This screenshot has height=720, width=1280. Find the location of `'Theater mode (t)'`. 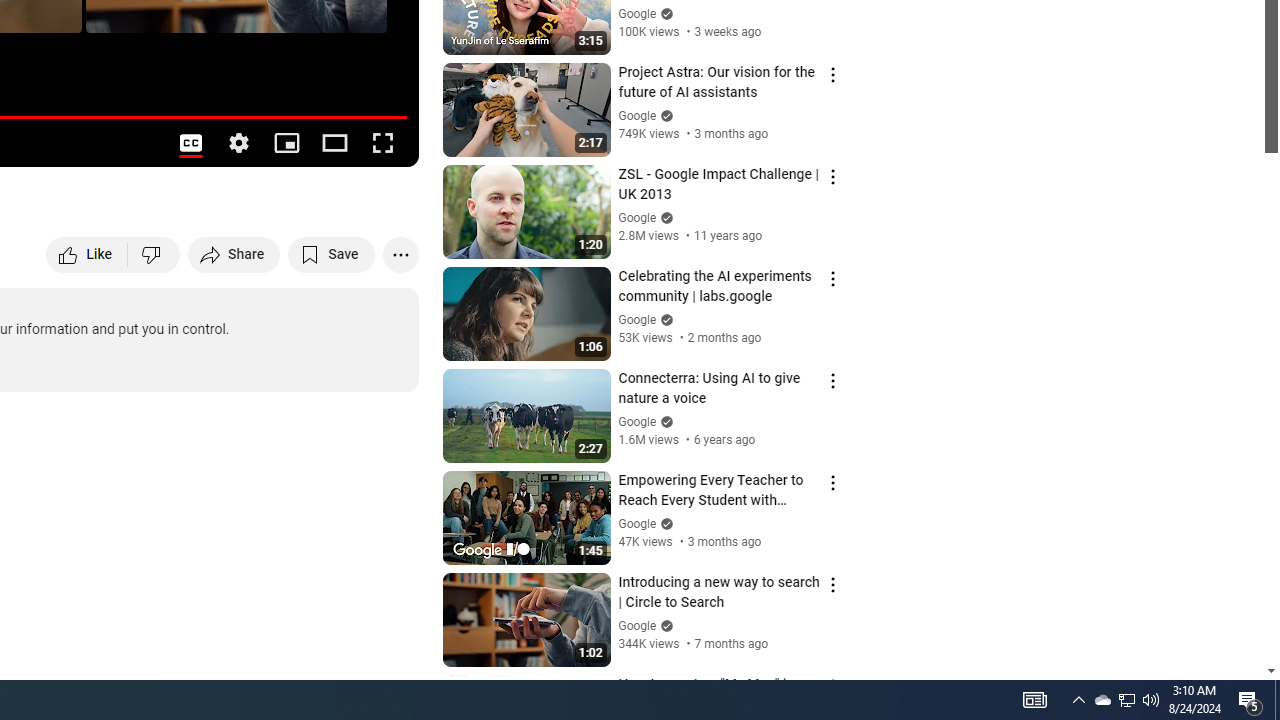

'Theater mode (t)' is located at coordinates (334, 141).